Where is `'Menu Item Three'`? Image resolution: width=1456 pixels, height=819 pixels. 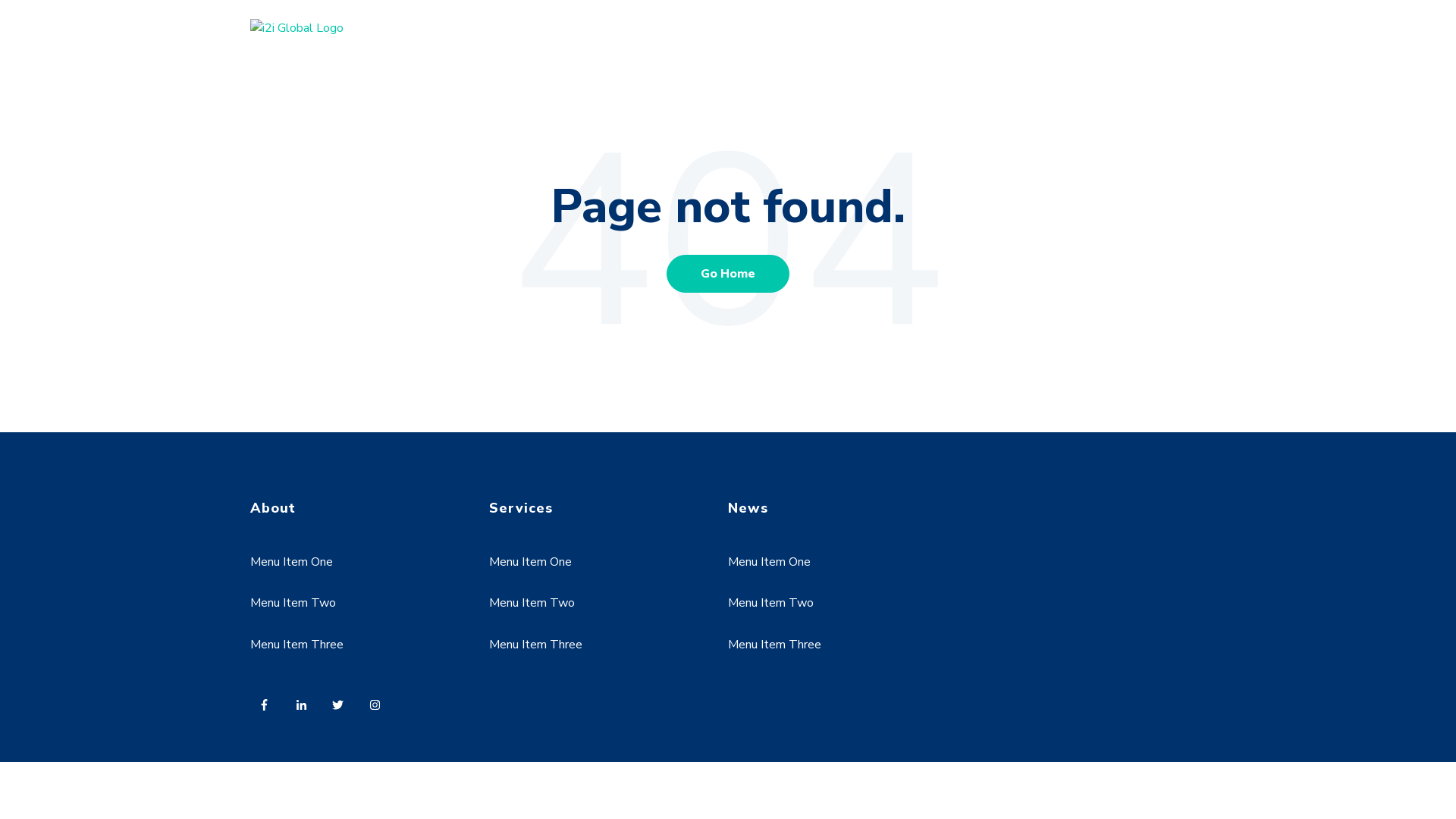 'Menu Item Three' is located at coordinates (297, 644).